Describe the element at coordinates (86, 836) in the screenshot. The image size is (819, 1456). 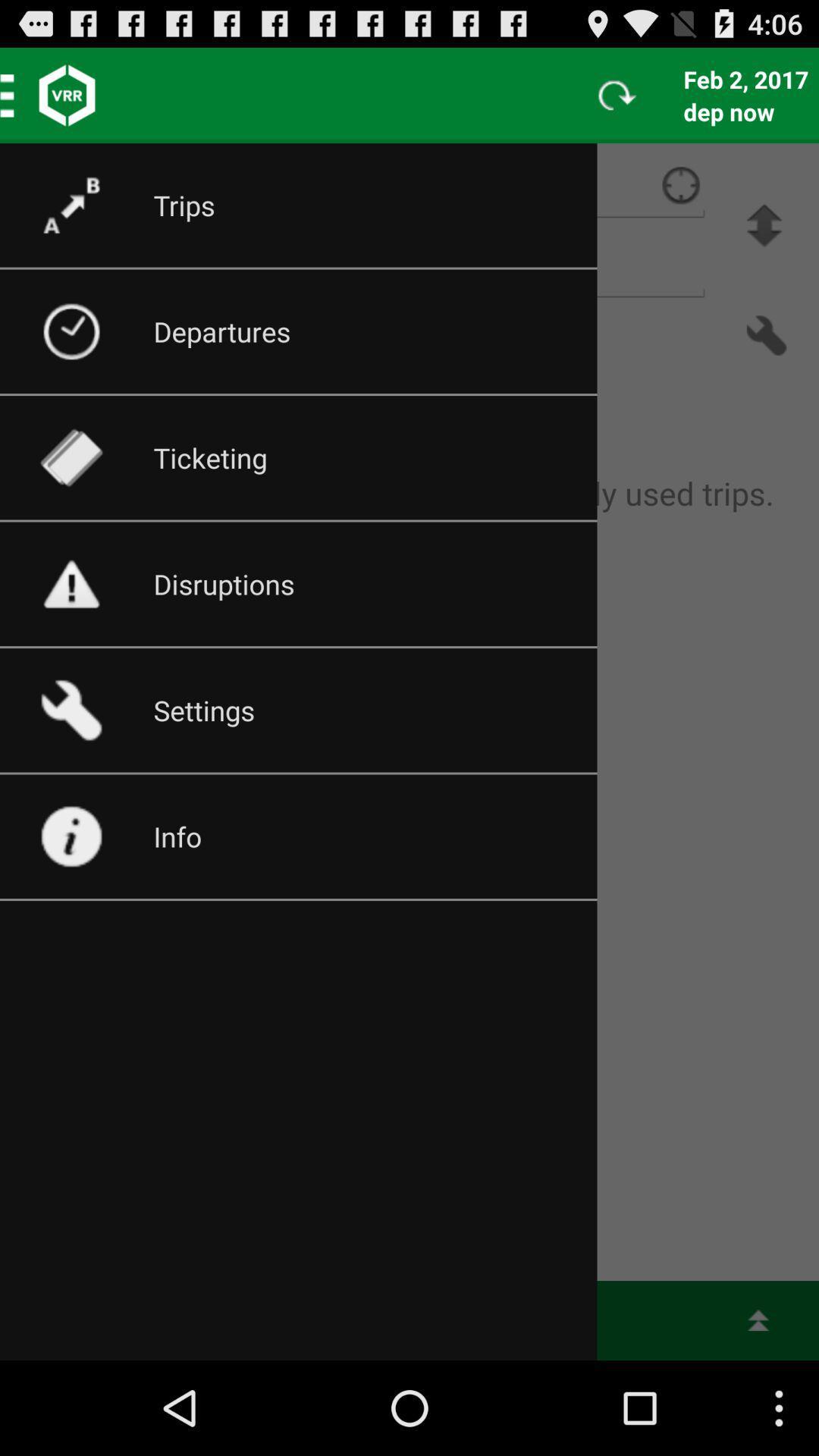
I see `the icon on the info button on the web page` at that location.